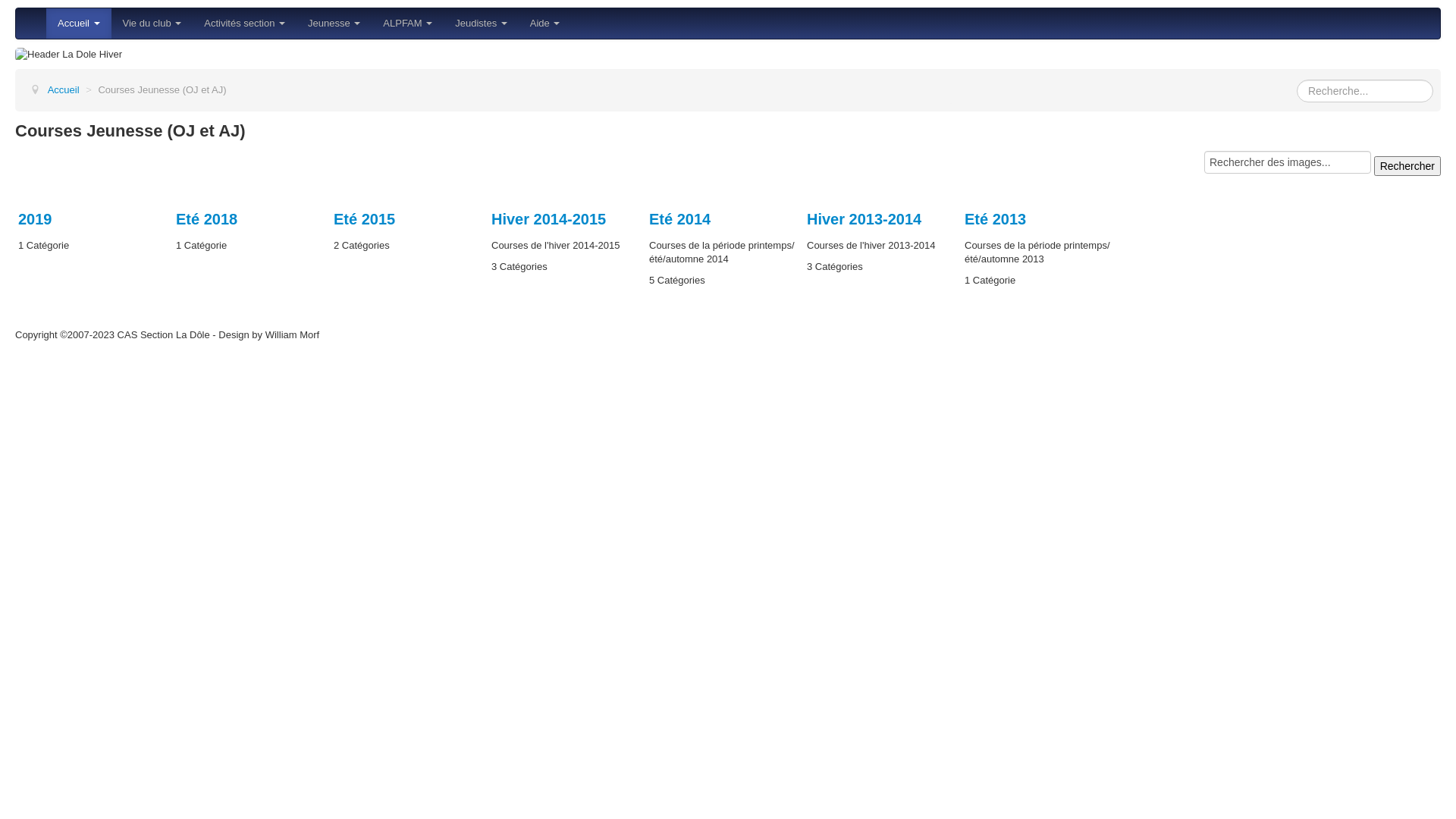 This screenshot has height=819, width=1456. What do you see at coordinates (407, 23) in the screenshot?
I see `'ALPFAM'` at bounding box center [407, 23].